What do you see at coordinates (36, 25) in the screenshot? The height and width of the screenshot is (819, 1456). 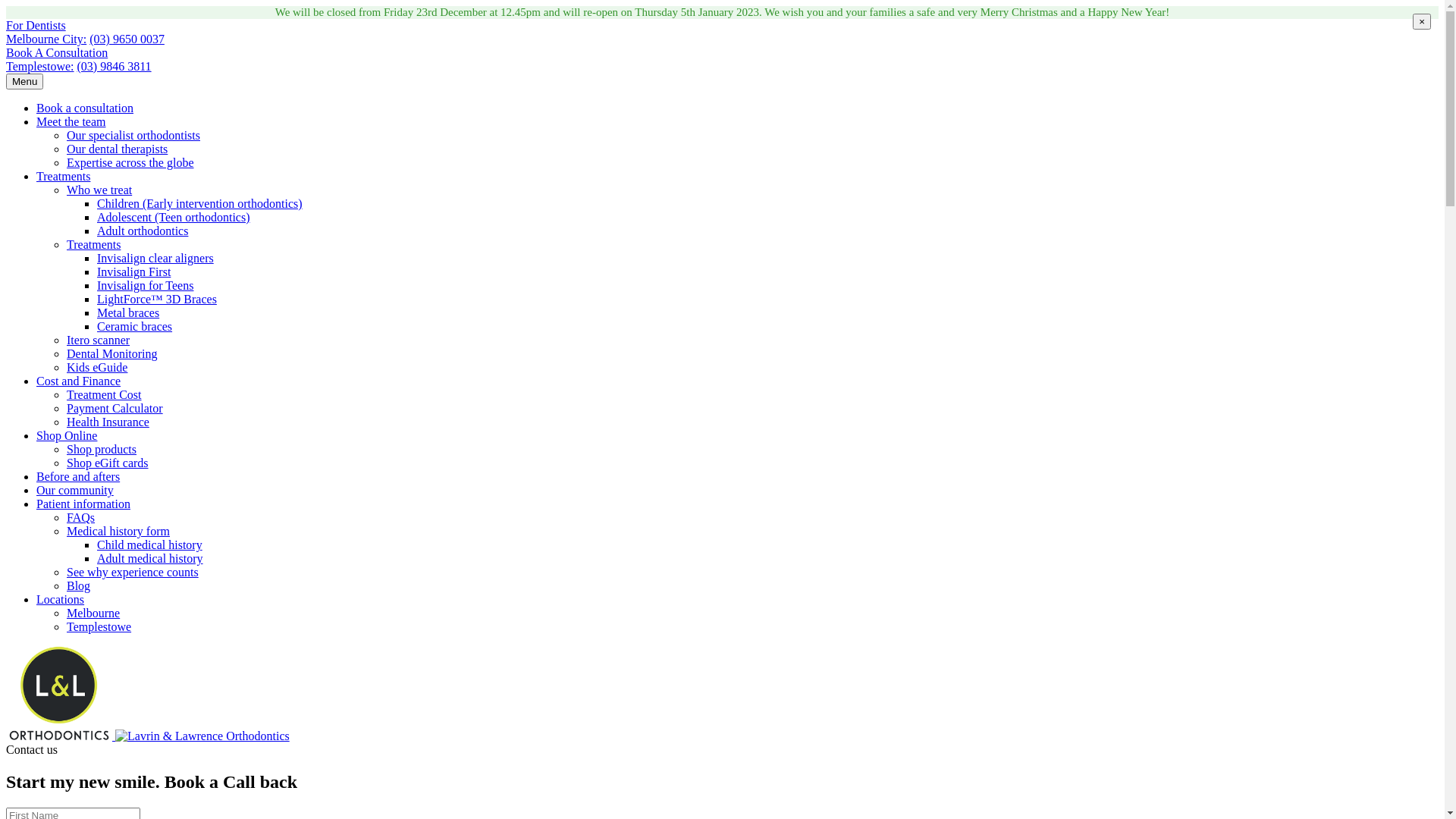 I see `'For Dentists'` at bounding box center [36, 25].